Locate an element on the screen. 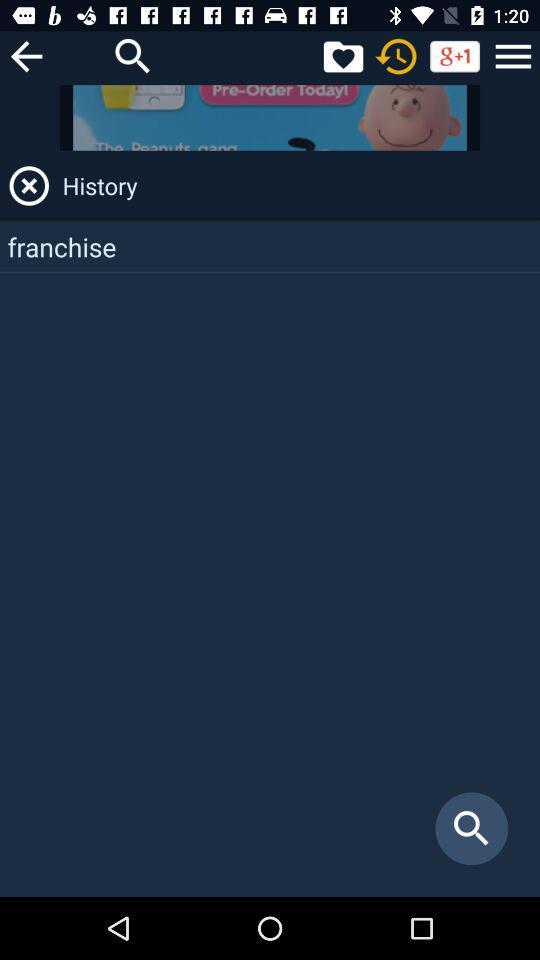  open favorites is located at coordinates (342, 55).